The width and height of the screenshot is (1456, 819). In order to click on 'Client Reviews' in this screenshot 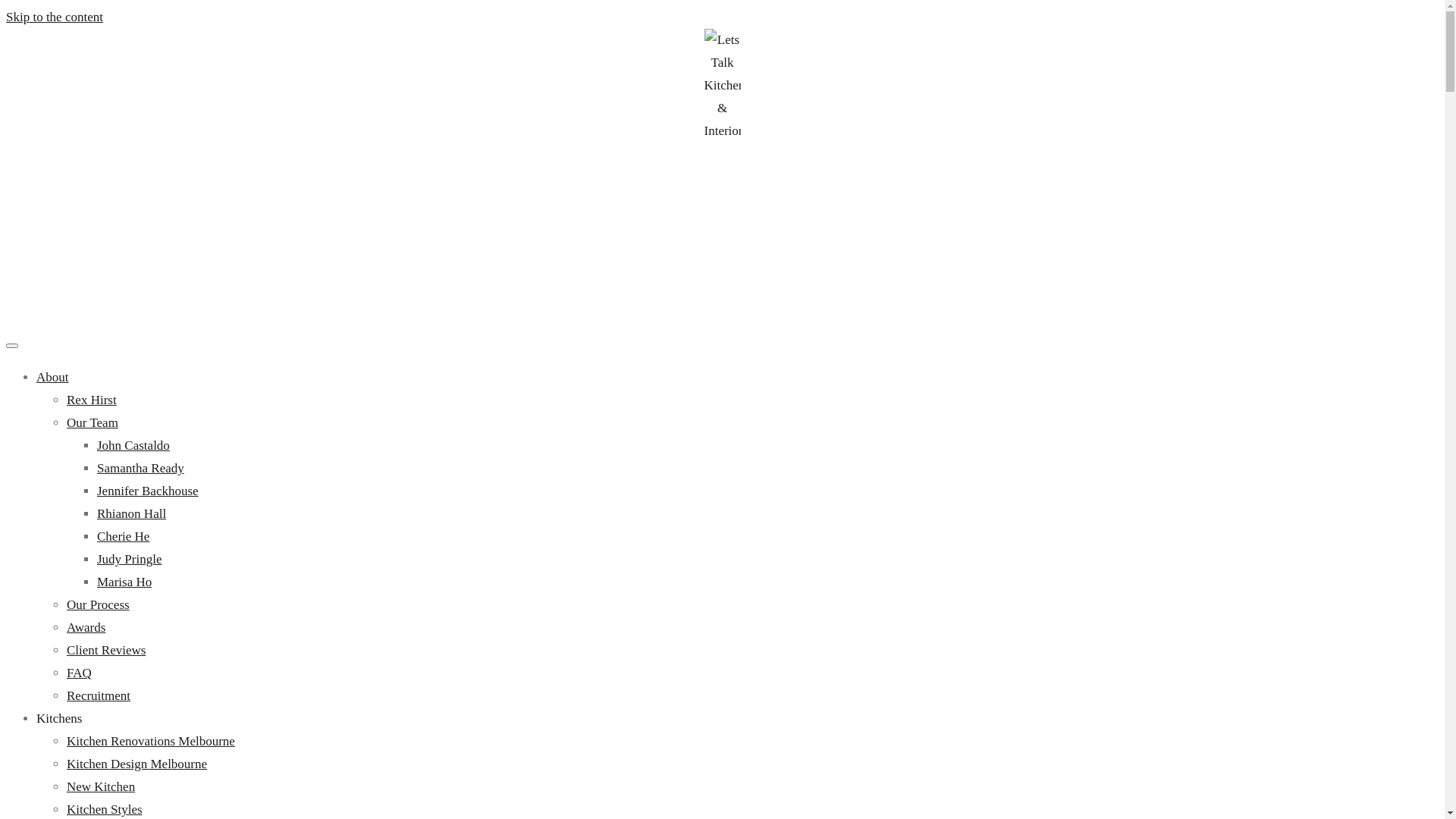, I will do `click(105, 649)`.